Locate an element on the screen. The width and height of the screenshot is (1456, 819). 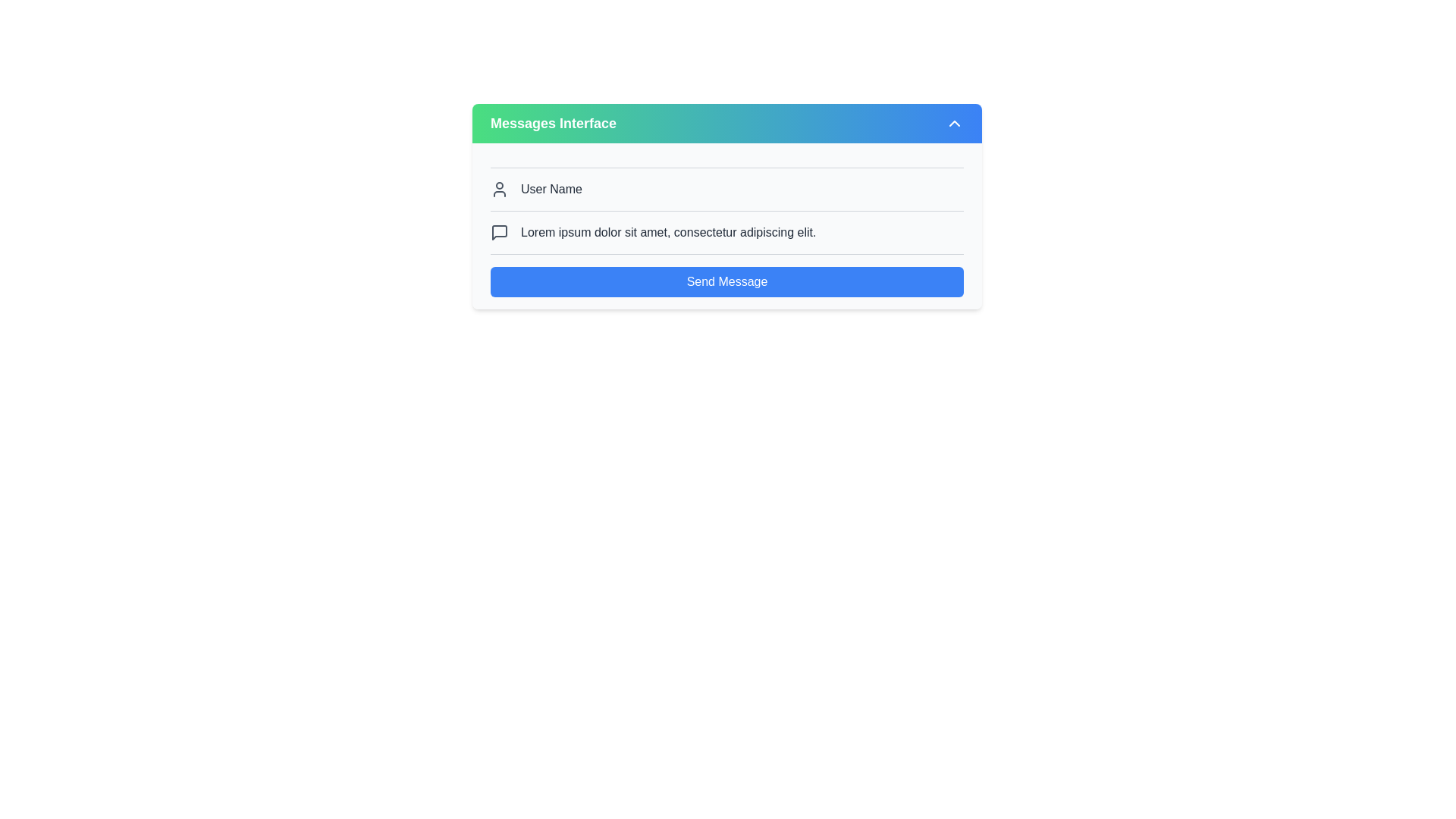
the toggle indicator icon located at the top-right corner of the 'Messages Interface' header is located at coordinates (953, 122).